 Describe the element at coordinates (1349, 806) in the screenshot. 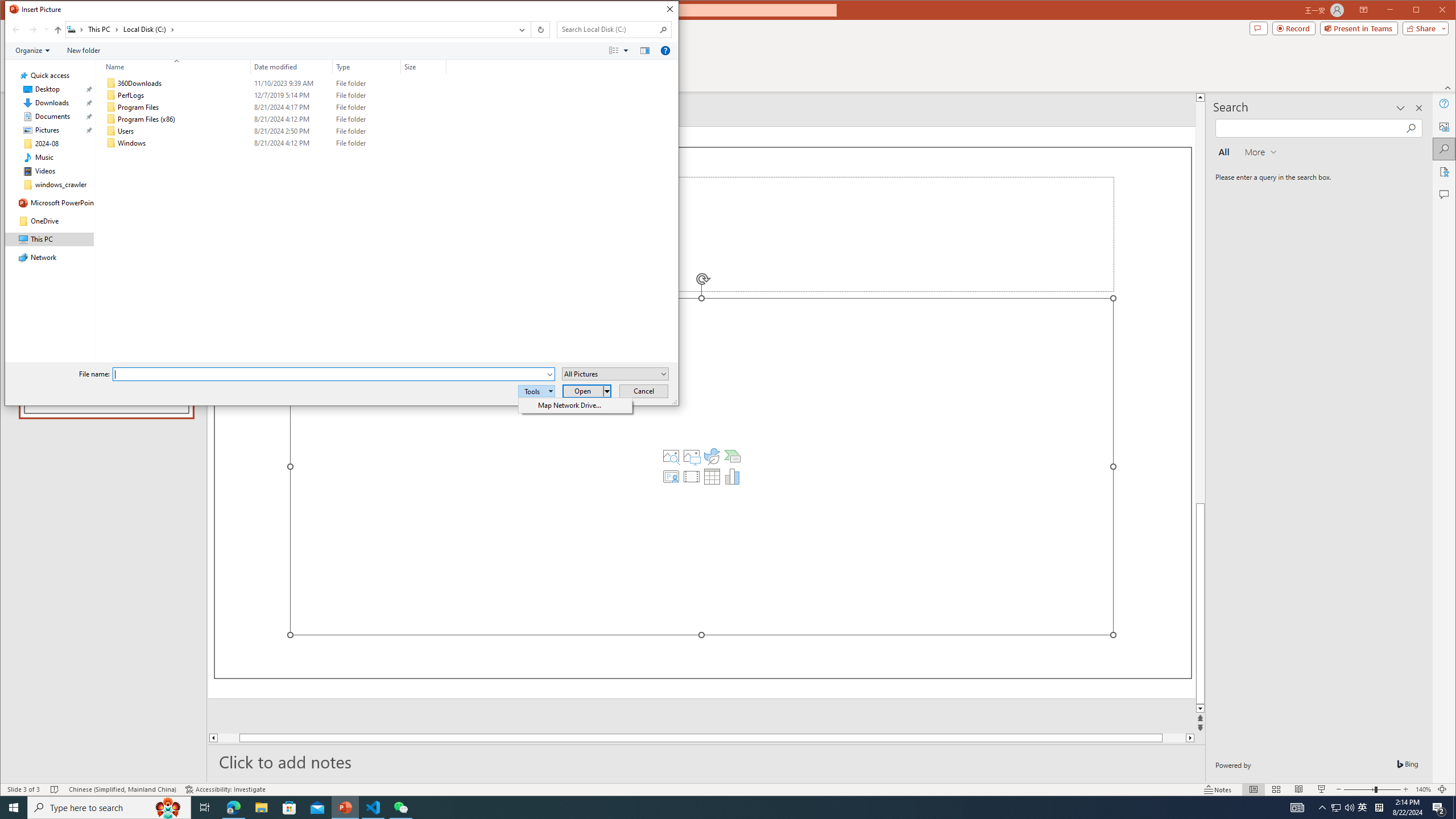

I see `'Q2790: 100%'` at that location.